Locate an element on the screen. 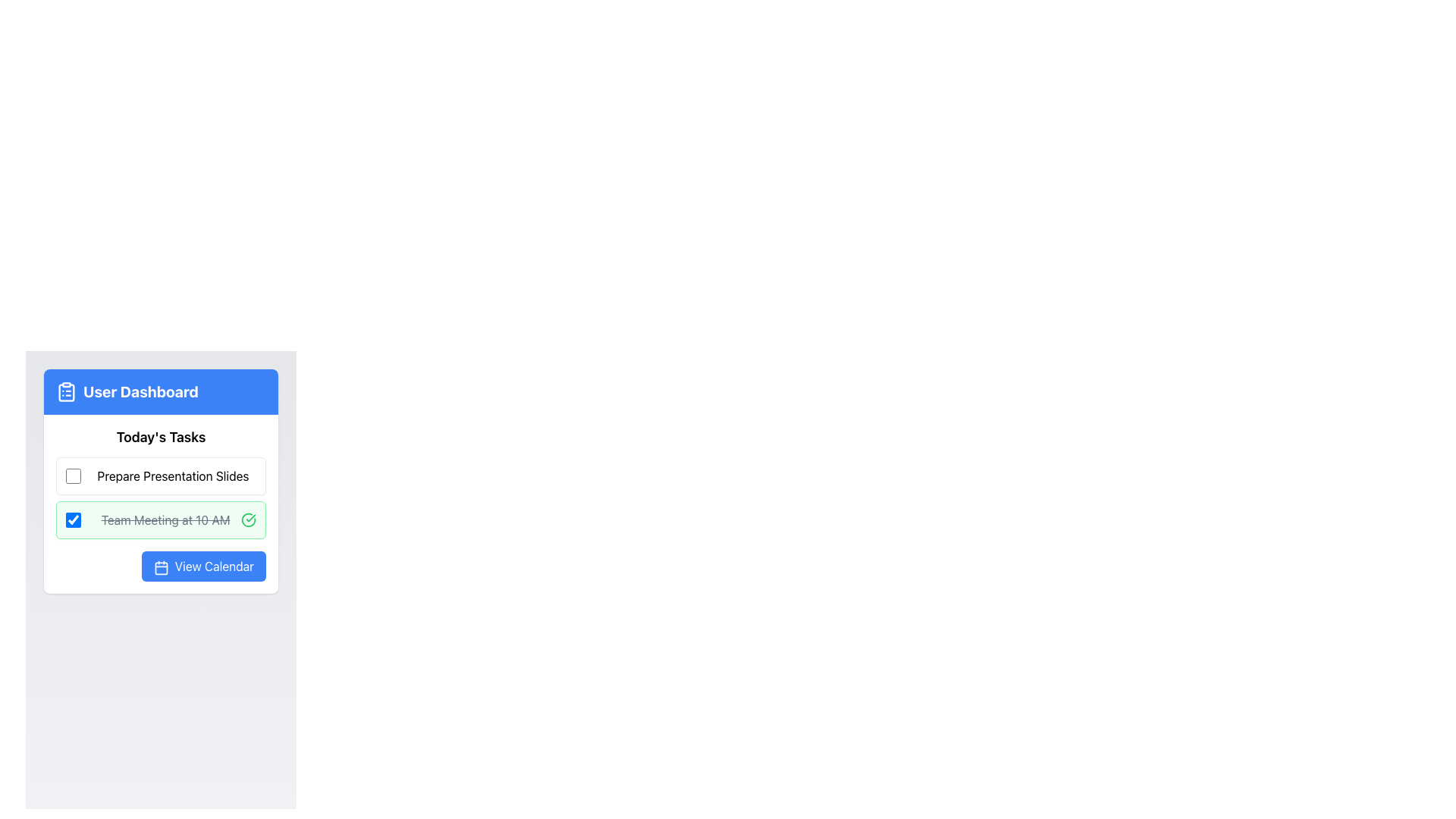 The width and height of the screenshot is (1456, 819). the more options icon located next to the checked checkbox of the subtask labeled 'Team Meeting at 10 AM' in the 'Today's Tasks' section of the User Dashboard is located at coordinates (161, 504).